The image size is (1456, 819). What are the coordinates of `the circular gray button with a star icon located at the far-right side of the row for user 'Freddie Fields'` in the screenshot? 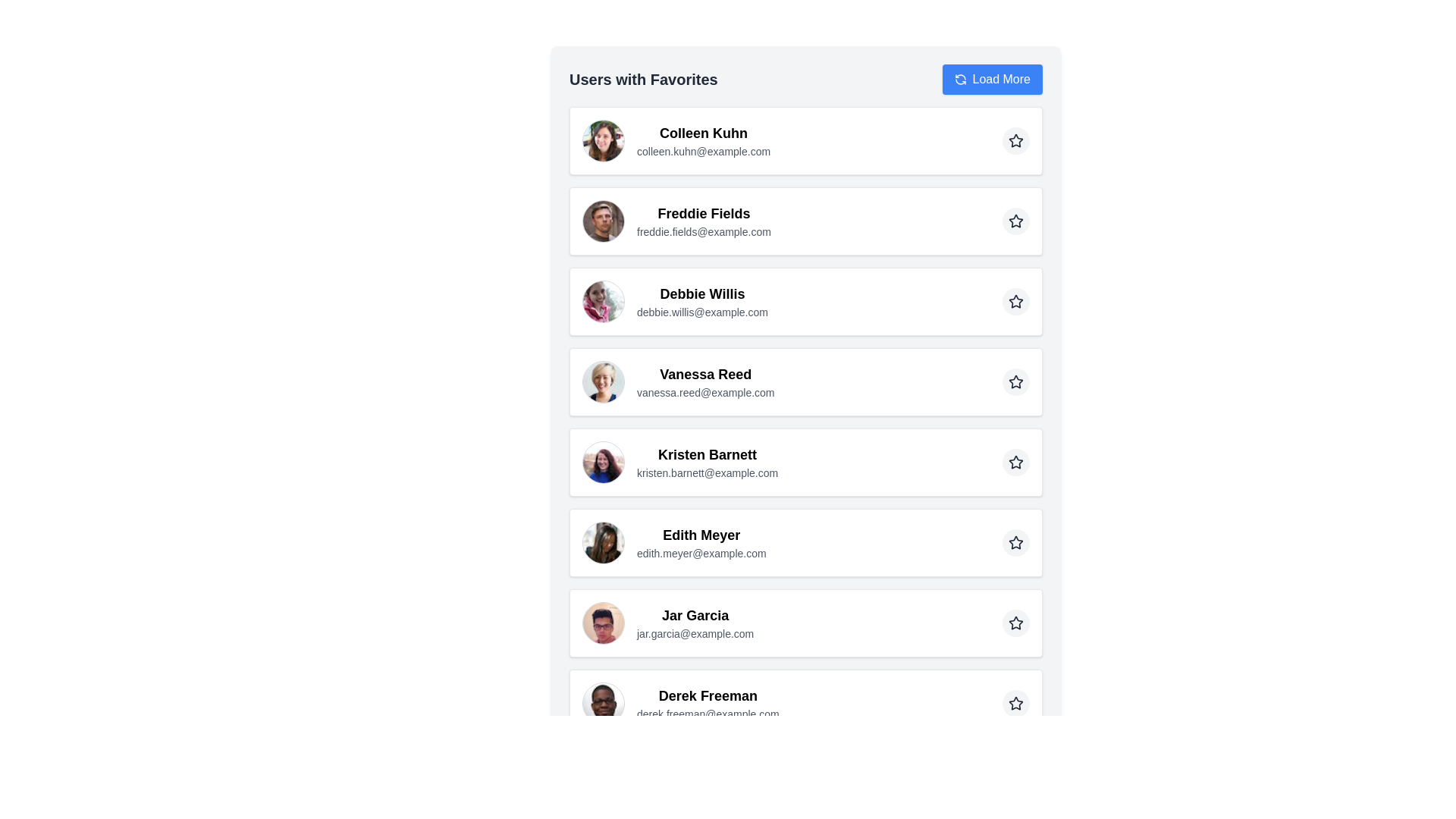 It's located at (1015, 221).